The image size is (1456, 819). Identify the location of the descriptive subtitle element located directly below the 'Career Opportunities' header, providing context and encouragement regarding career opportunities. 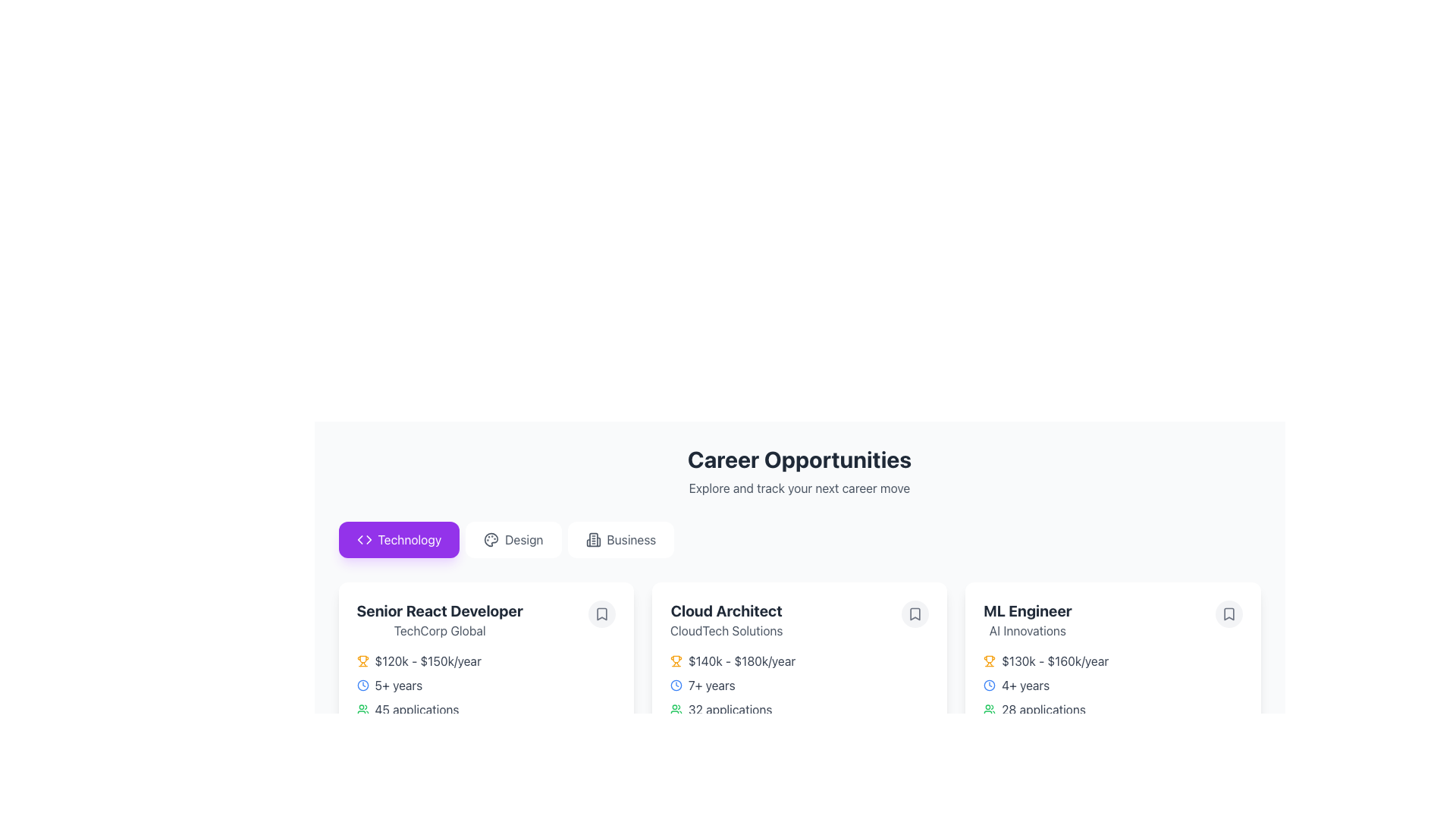
(799, 488).